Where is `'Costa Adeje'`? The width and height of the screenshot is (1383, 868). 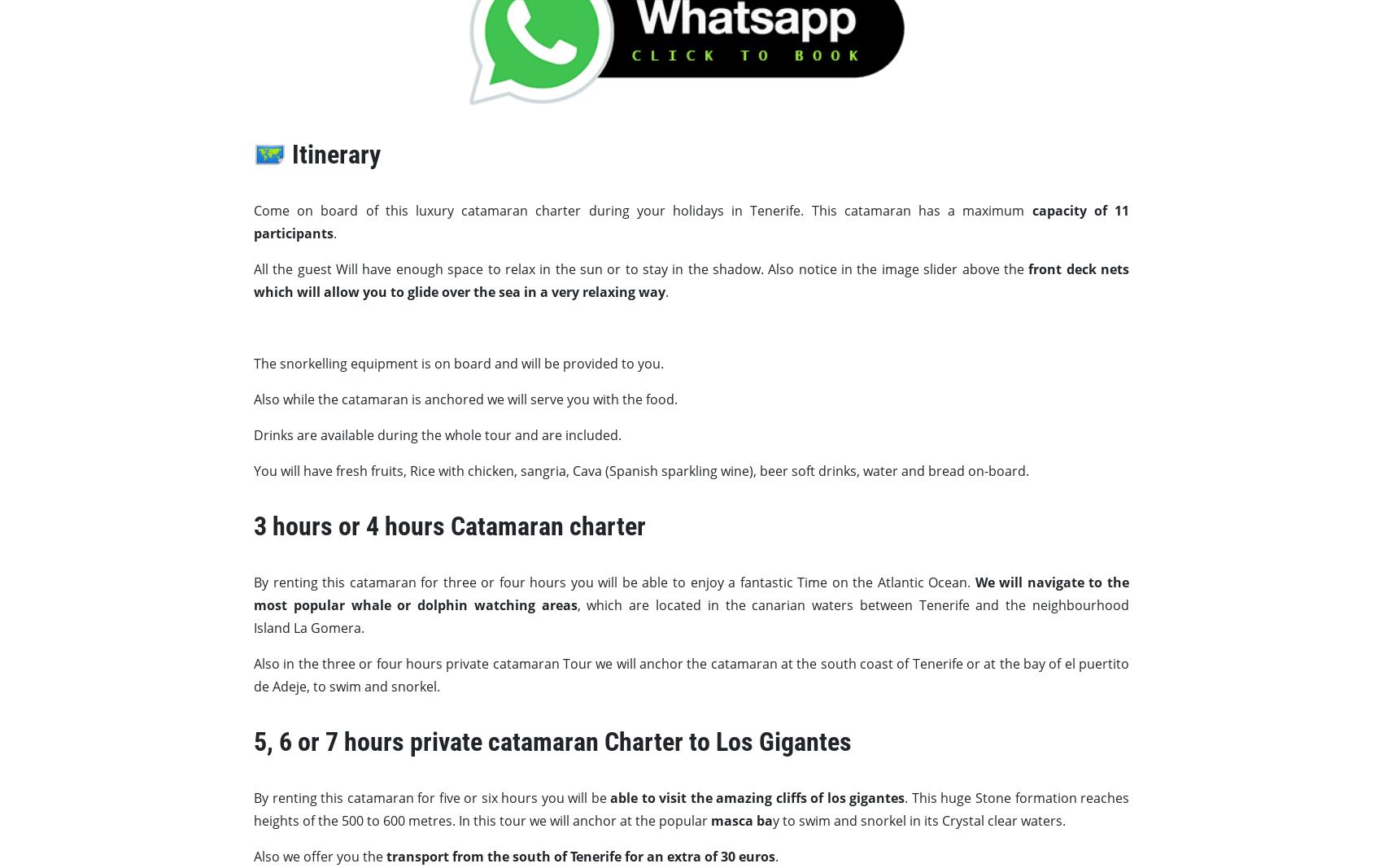
'Costa Adeje' is located at coordinates (168, 547).